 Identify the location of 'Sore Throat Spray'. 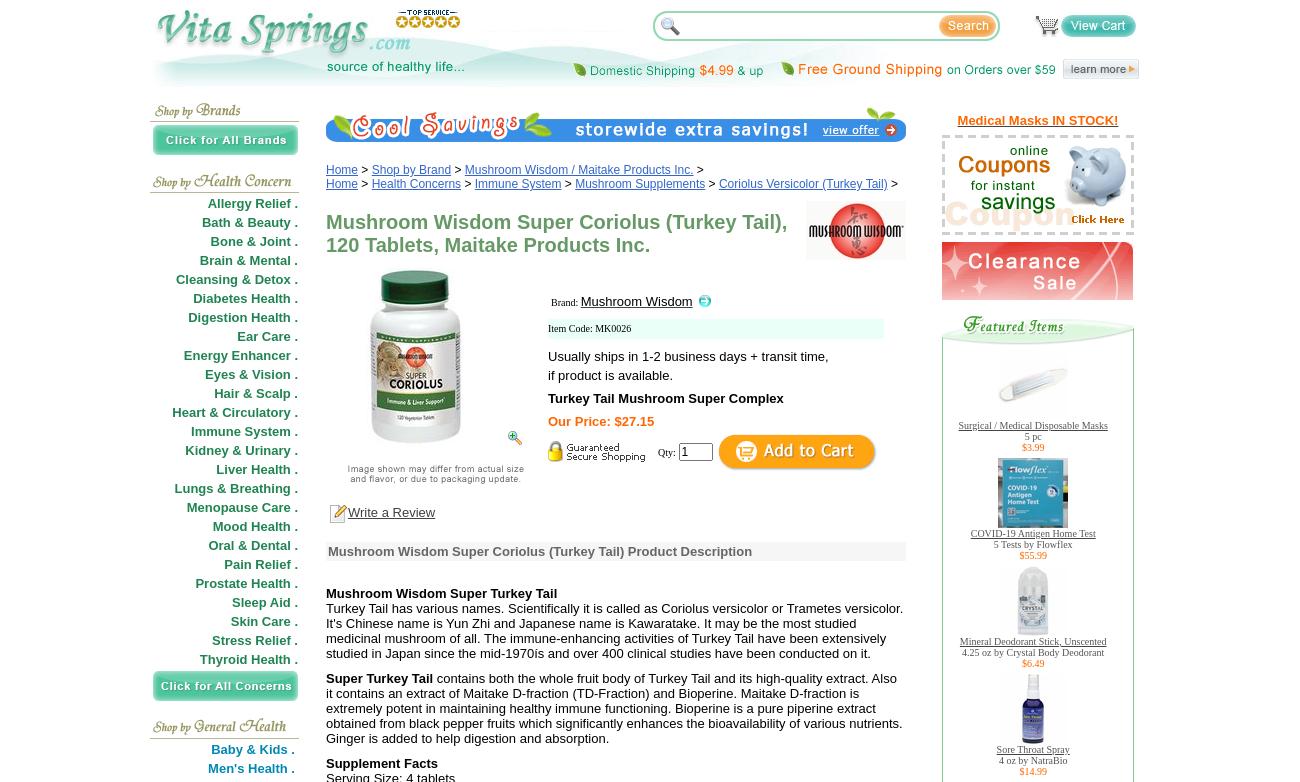
(1032, 748).